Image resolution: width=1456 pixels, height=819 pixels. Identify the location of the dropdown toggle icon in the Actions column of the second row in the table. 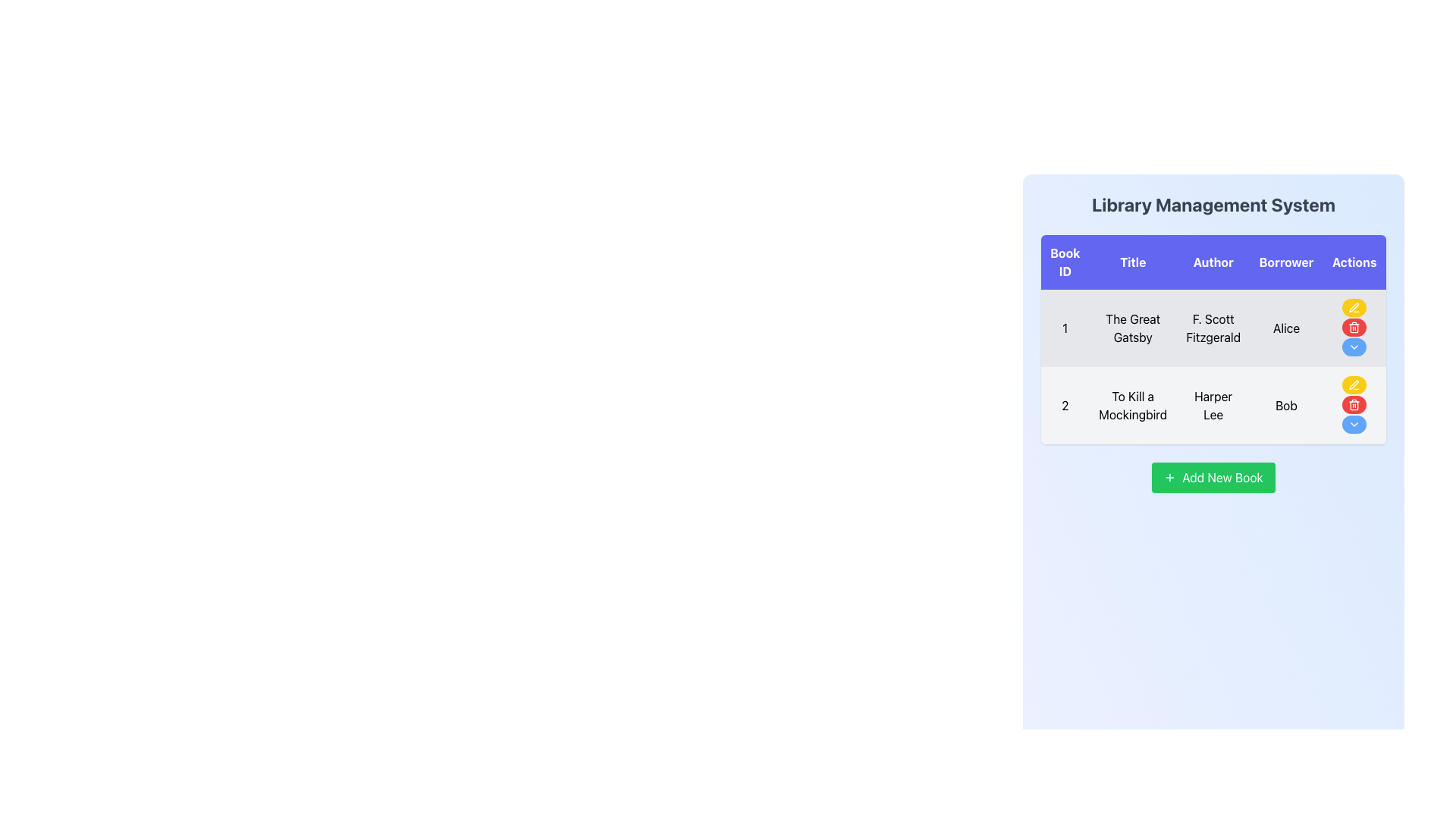
(1354, 347).